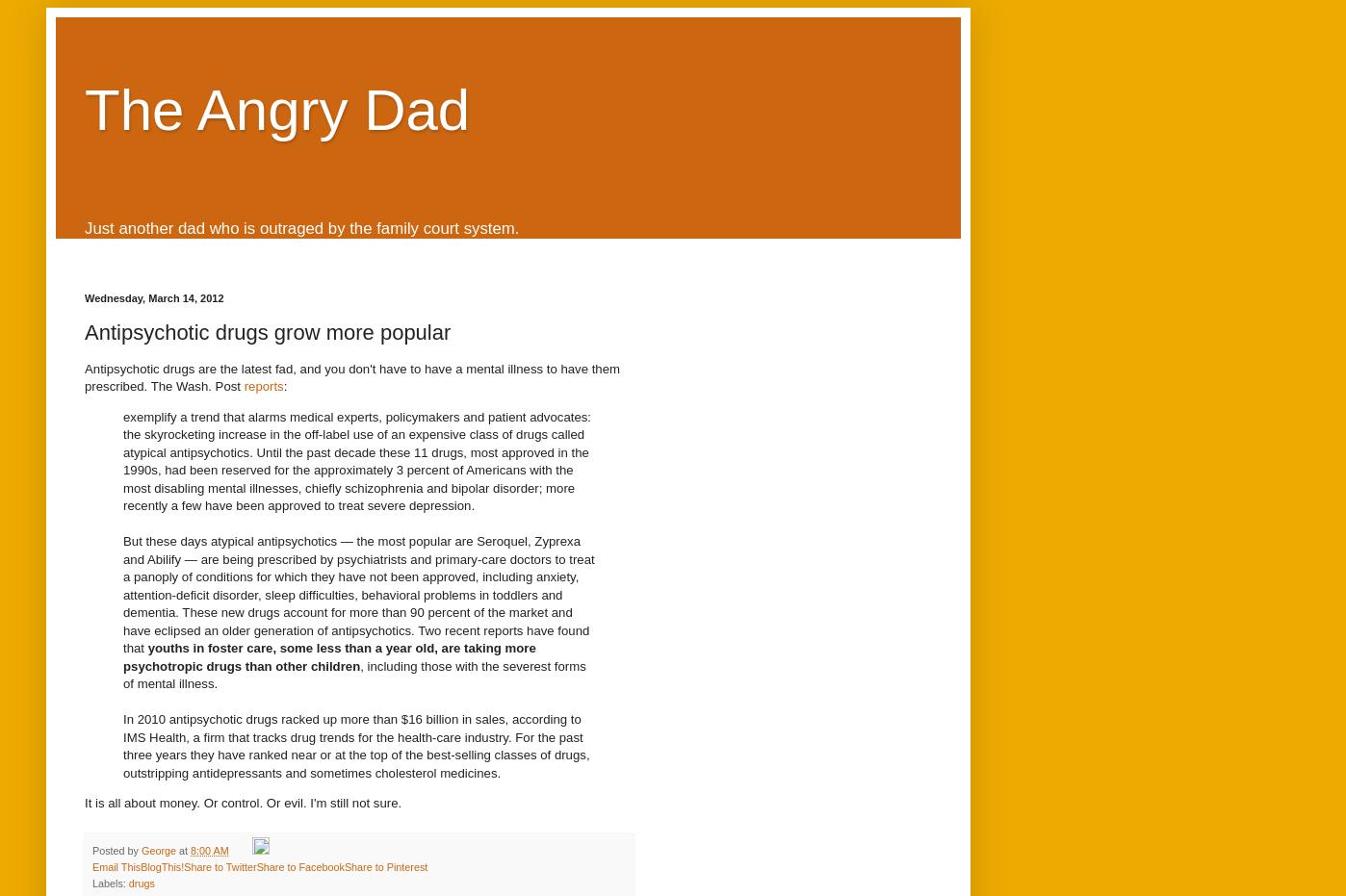 This screenshot has height=896, width=1346. I want to click on ':', so click(284, 385).